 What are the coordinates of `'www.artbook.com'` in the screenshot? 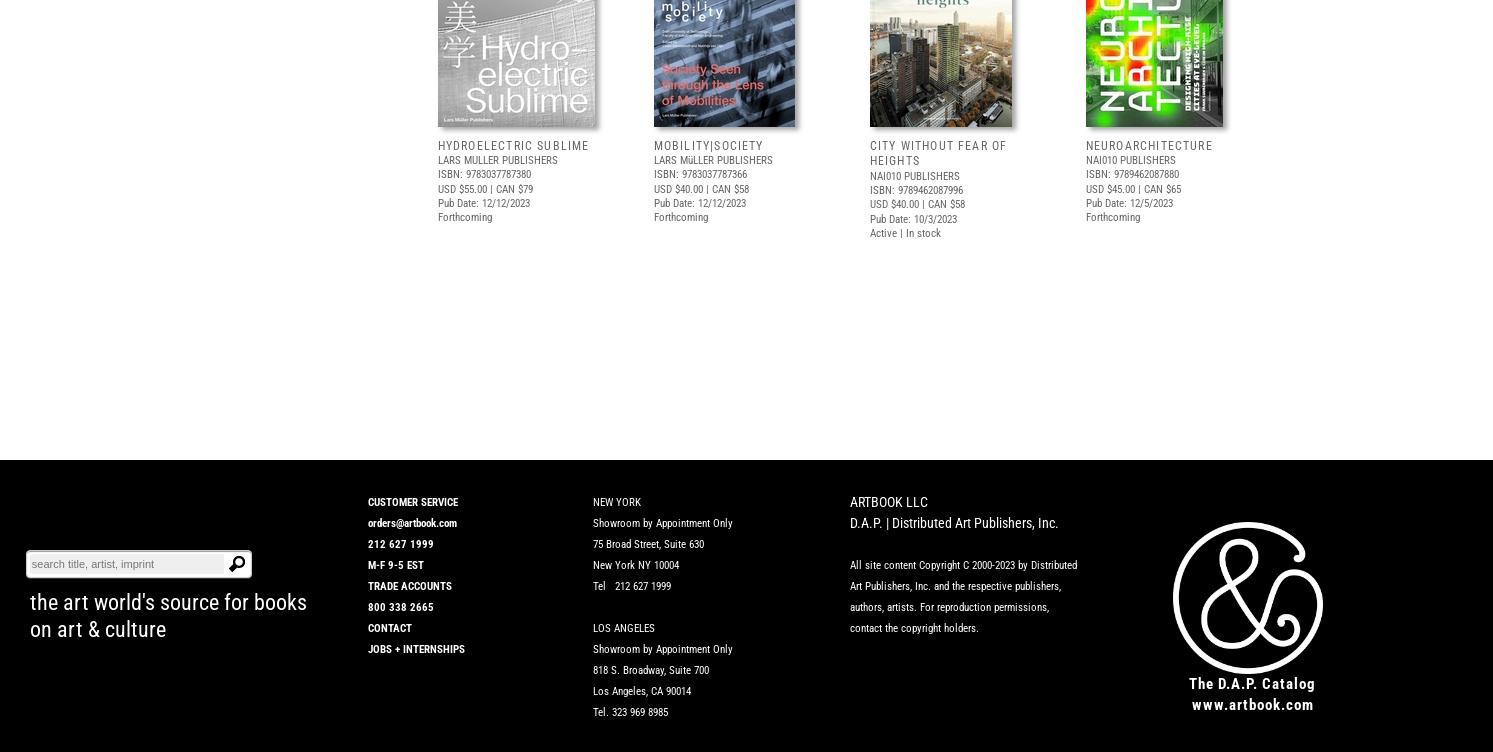 It's located at (1252, 703).